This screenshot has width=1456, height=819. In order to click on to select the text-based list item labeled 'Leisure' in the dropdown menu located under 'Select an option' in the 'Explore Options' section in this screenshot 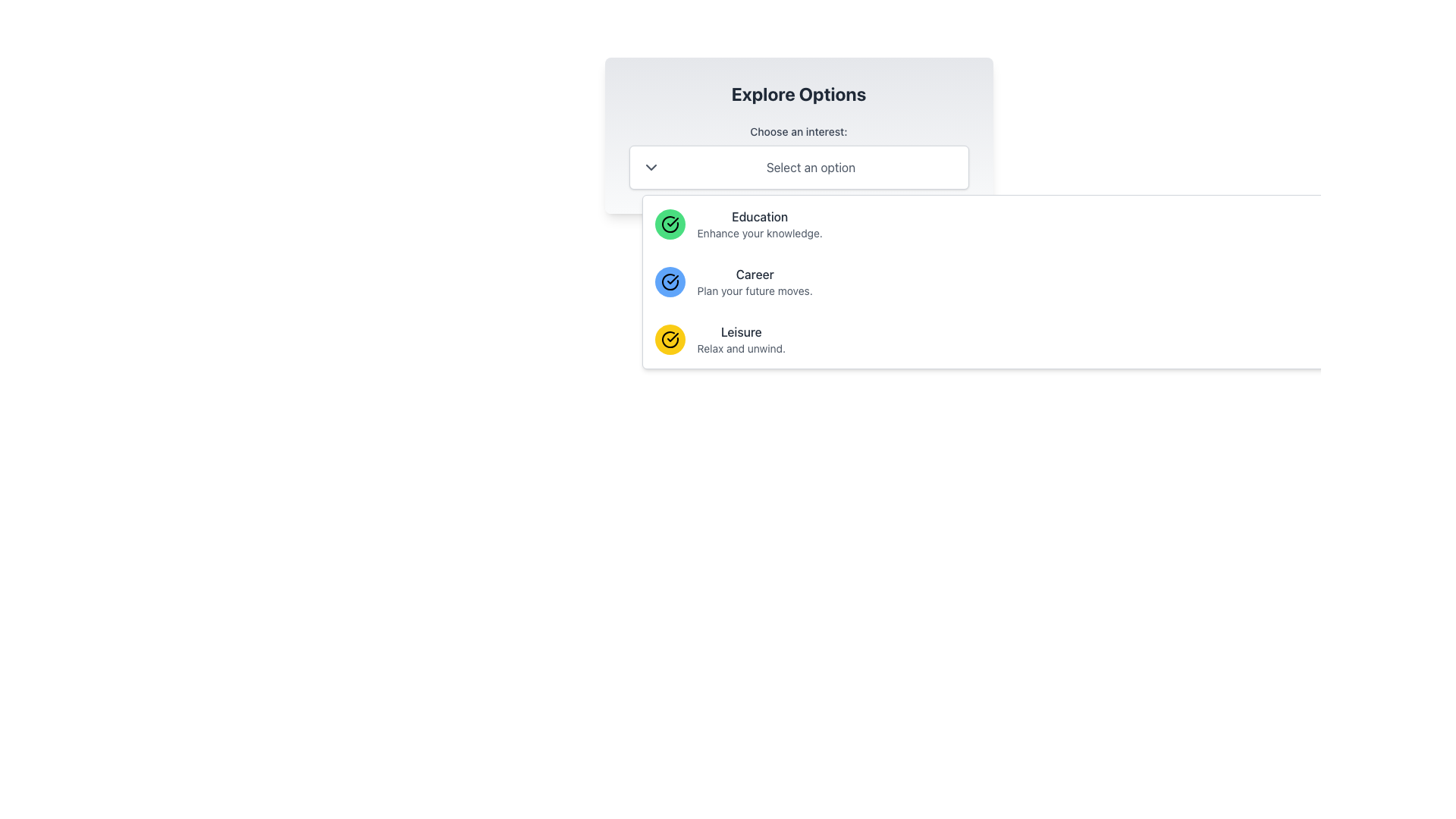, I will do `click(741, 338)`.